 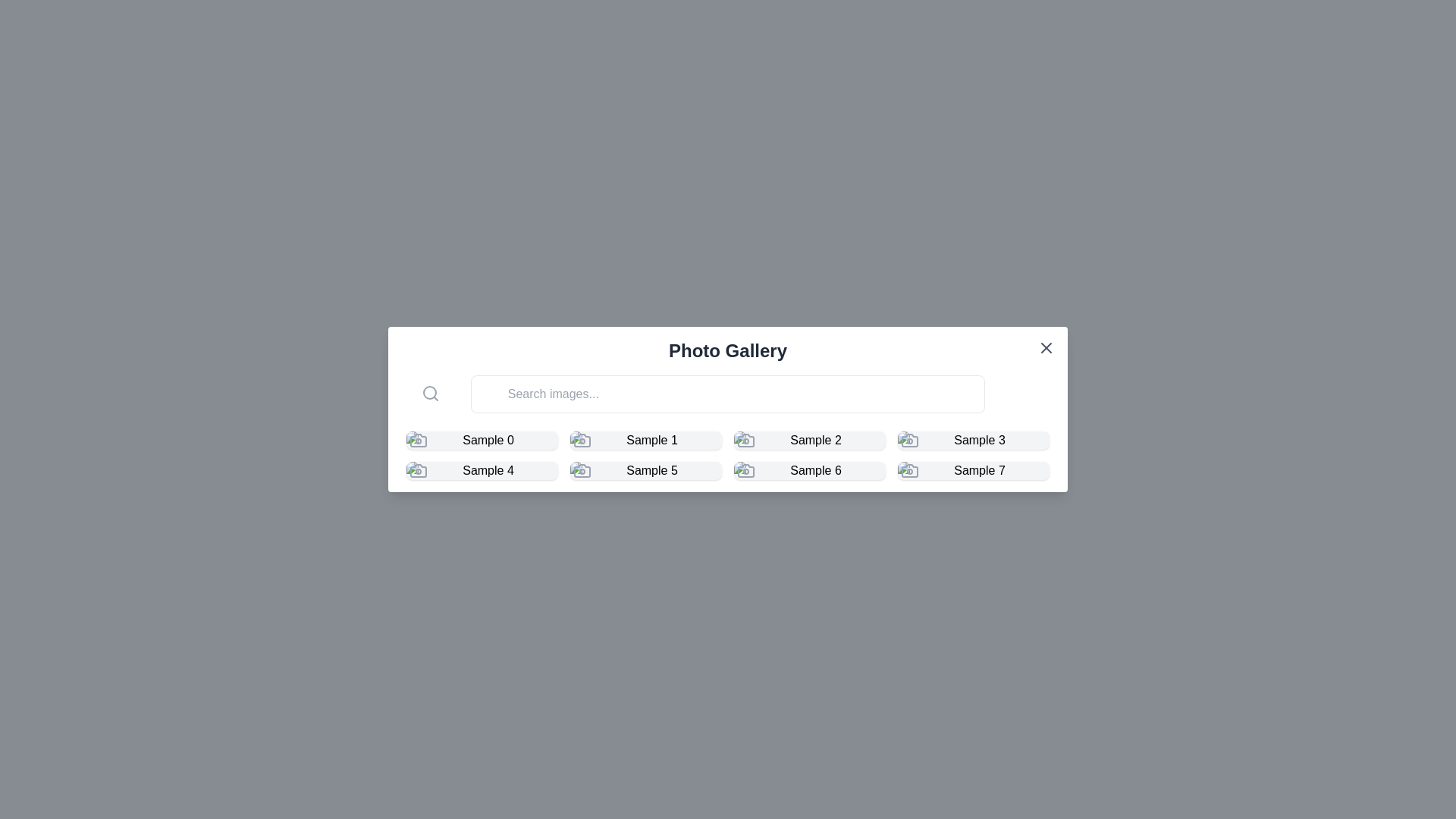 What do you see at coordinates (419, 441) in the screenshot?
I see `the camera icon styled in outlined art format located in the top-left placeholder section of the photo gallery grid layout, adjacent to the label 'Sample 0'` at bounding box center [419, 441].